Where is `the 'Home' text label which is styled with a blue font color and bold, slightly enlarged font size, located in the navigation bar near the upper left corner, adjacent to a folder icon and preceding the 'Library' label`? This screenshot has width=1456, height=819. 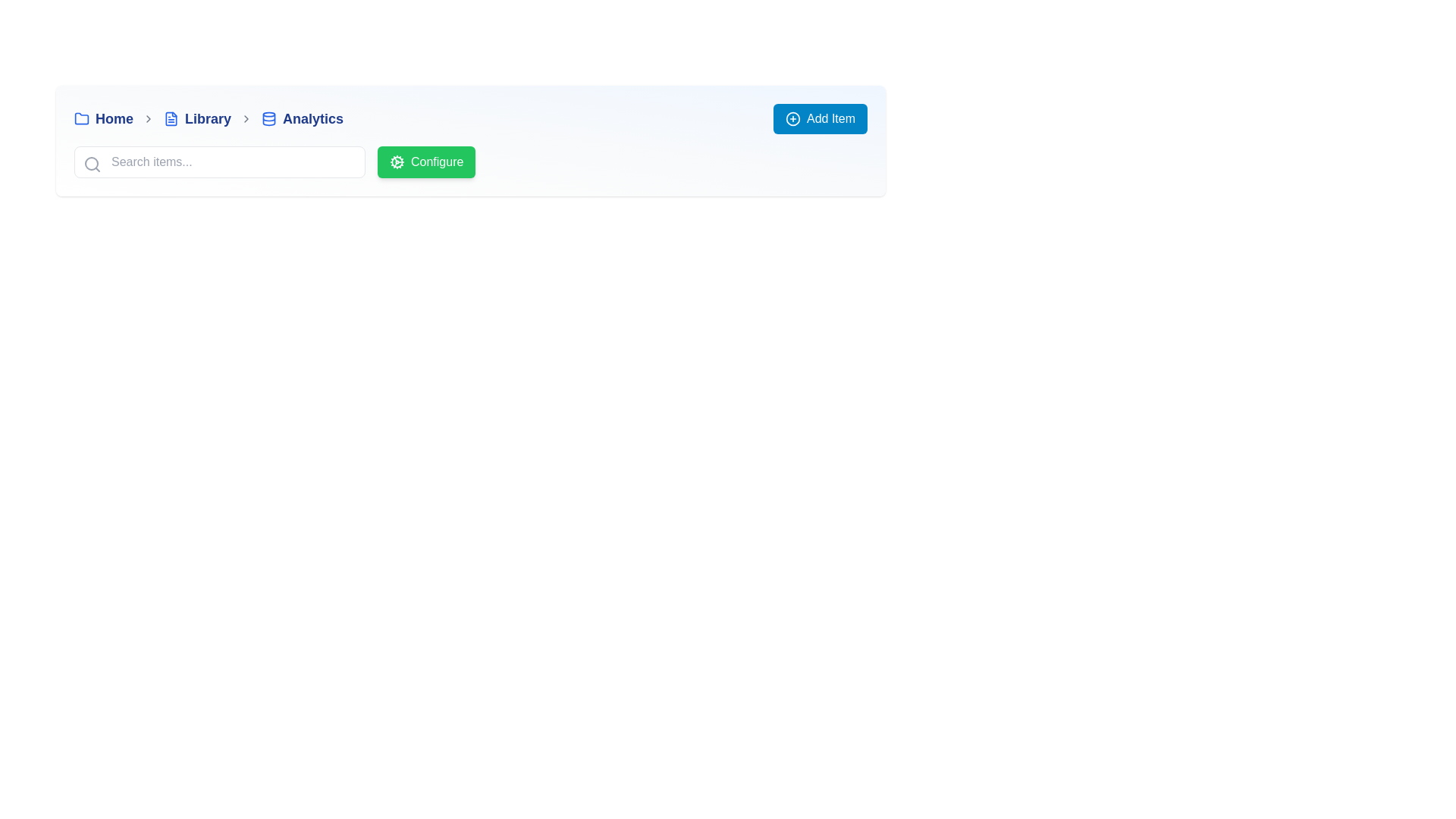
the 'Home' text label which is styled with a blue font color and bold, slightly enlarged font size, located in the navigation bar near the upper left corner, adjacent to a folder icon and preceding the 'Library' label is located at coordinates (114, 118).